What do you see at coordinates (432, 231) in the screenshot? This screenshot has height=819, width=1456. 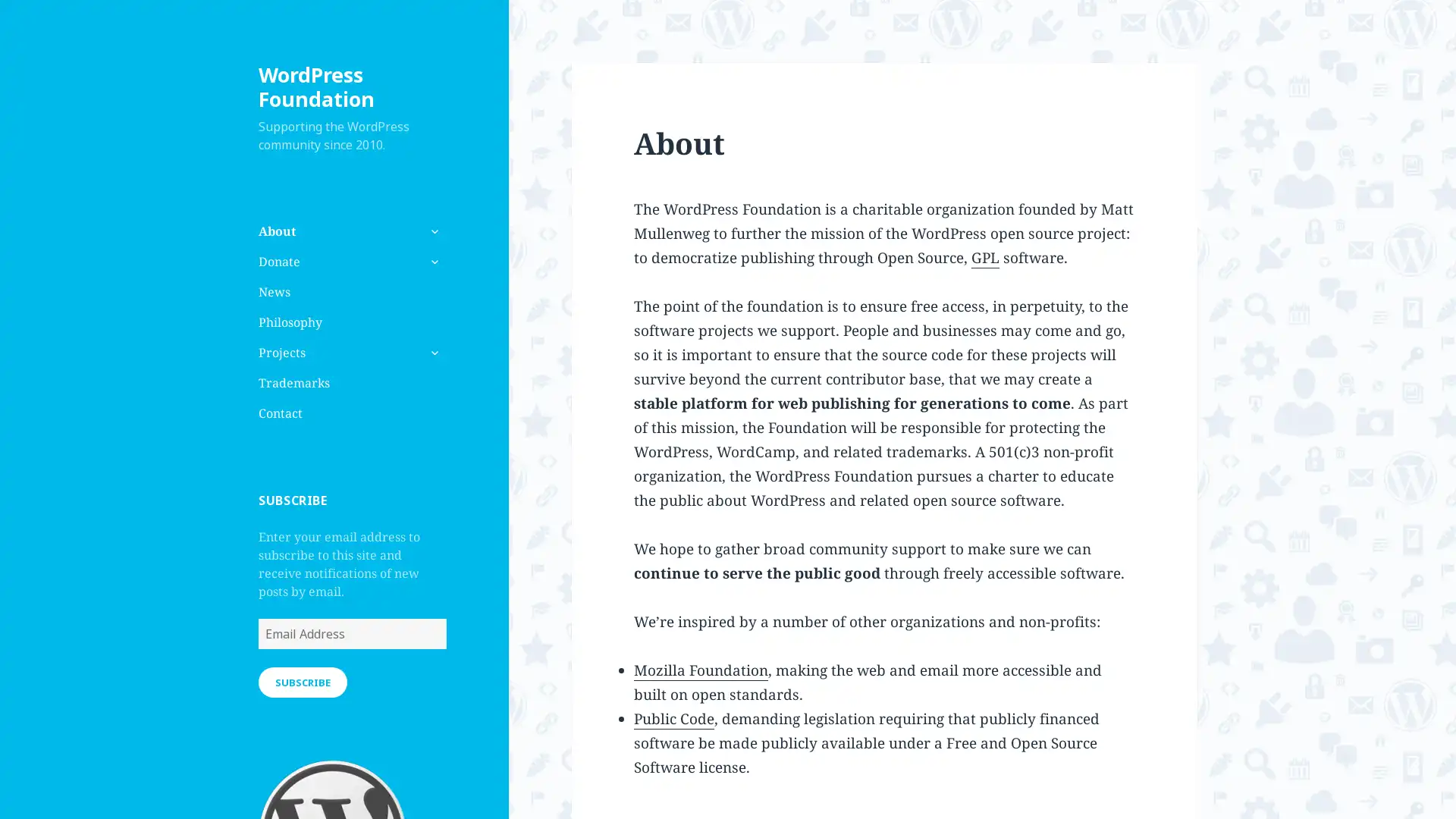 I see `expand child menu` at bounding box center [432, 231].